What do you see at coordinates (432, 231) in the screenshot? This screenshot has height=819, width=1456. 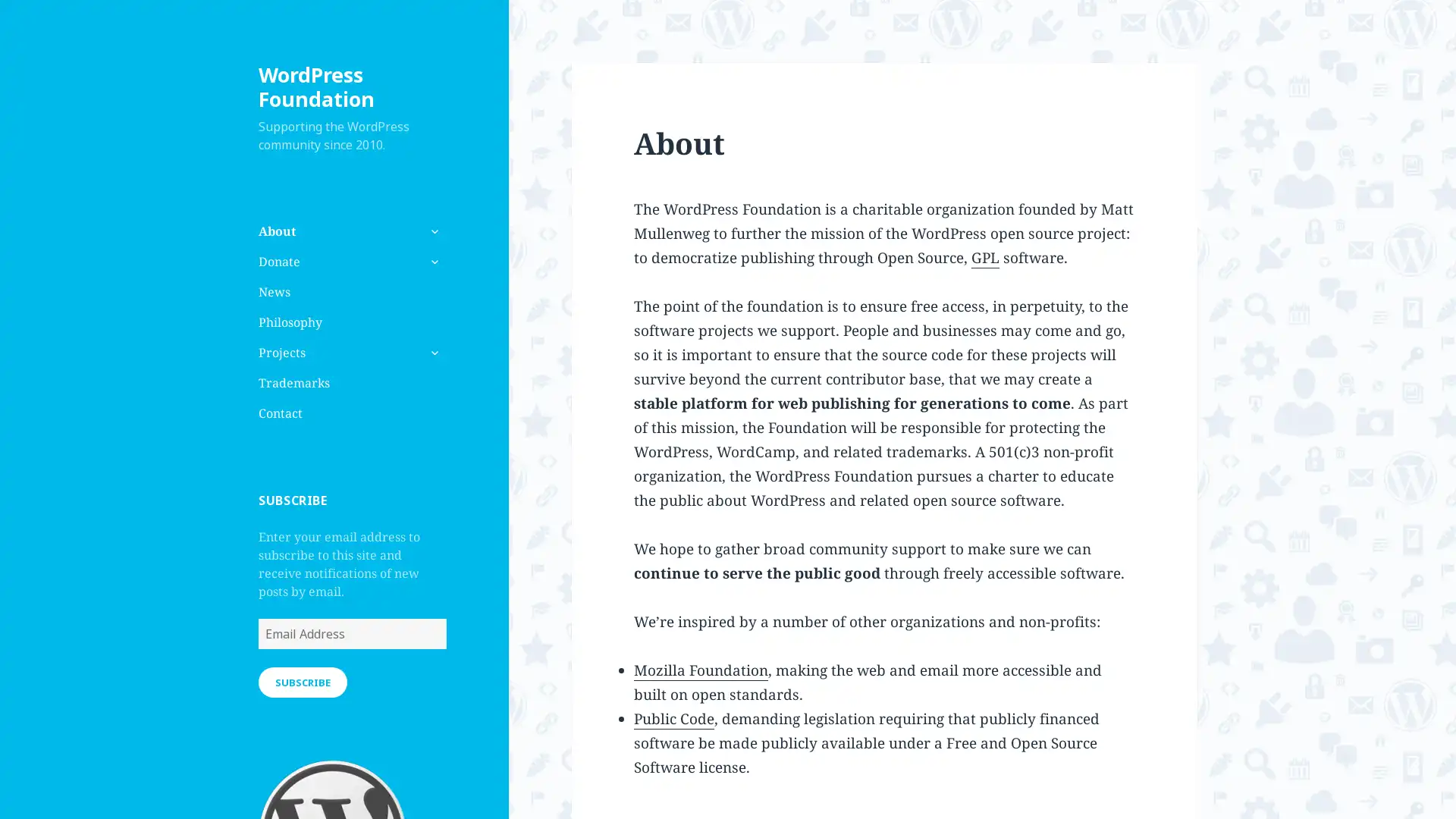 I see `expand child menu` at bounding box center [432, 231].